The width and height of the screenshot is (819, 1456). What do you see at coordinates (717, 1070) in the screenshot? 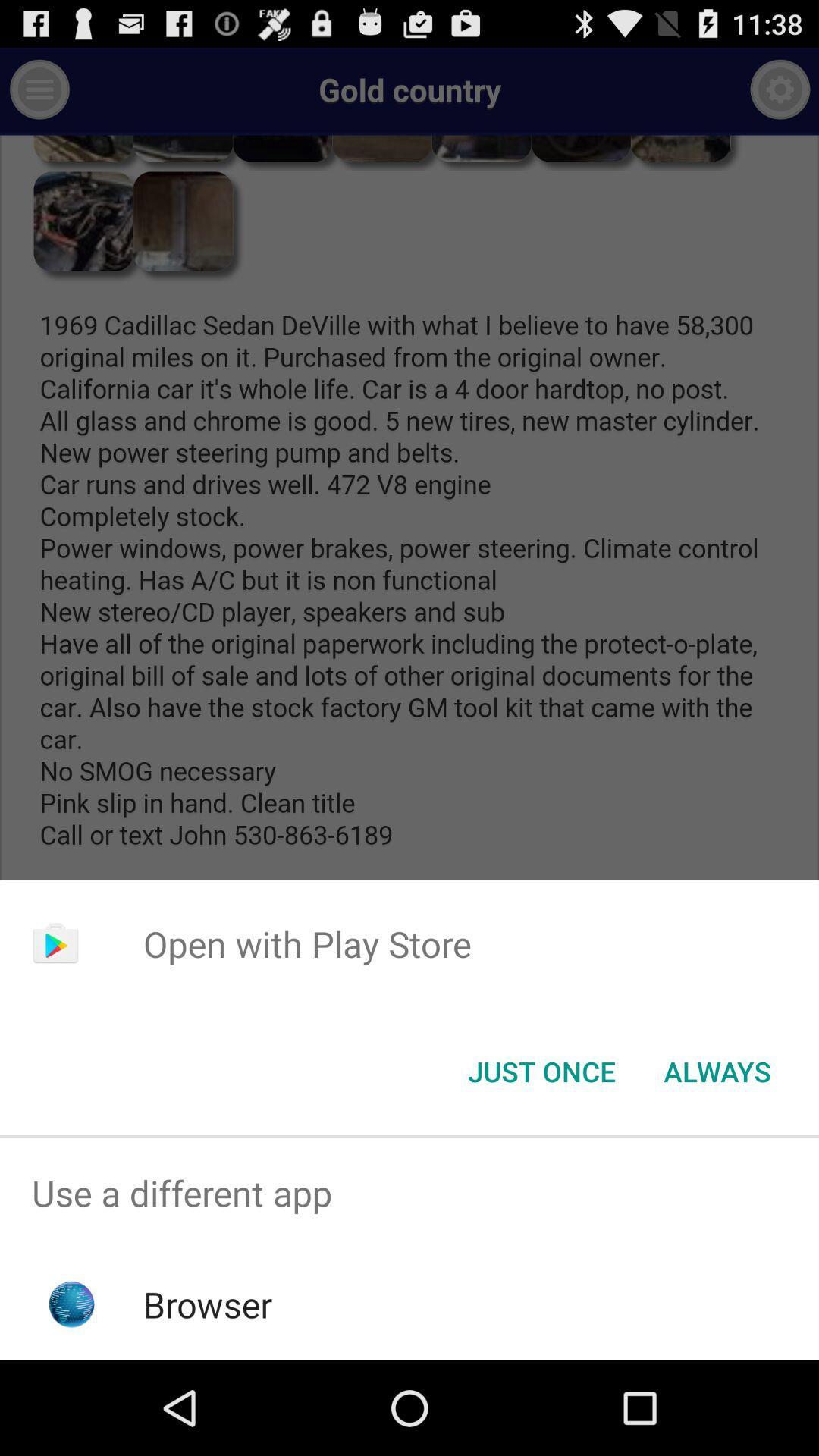
I see `always at the bottom right corner` at bounding box center [717, 1070].